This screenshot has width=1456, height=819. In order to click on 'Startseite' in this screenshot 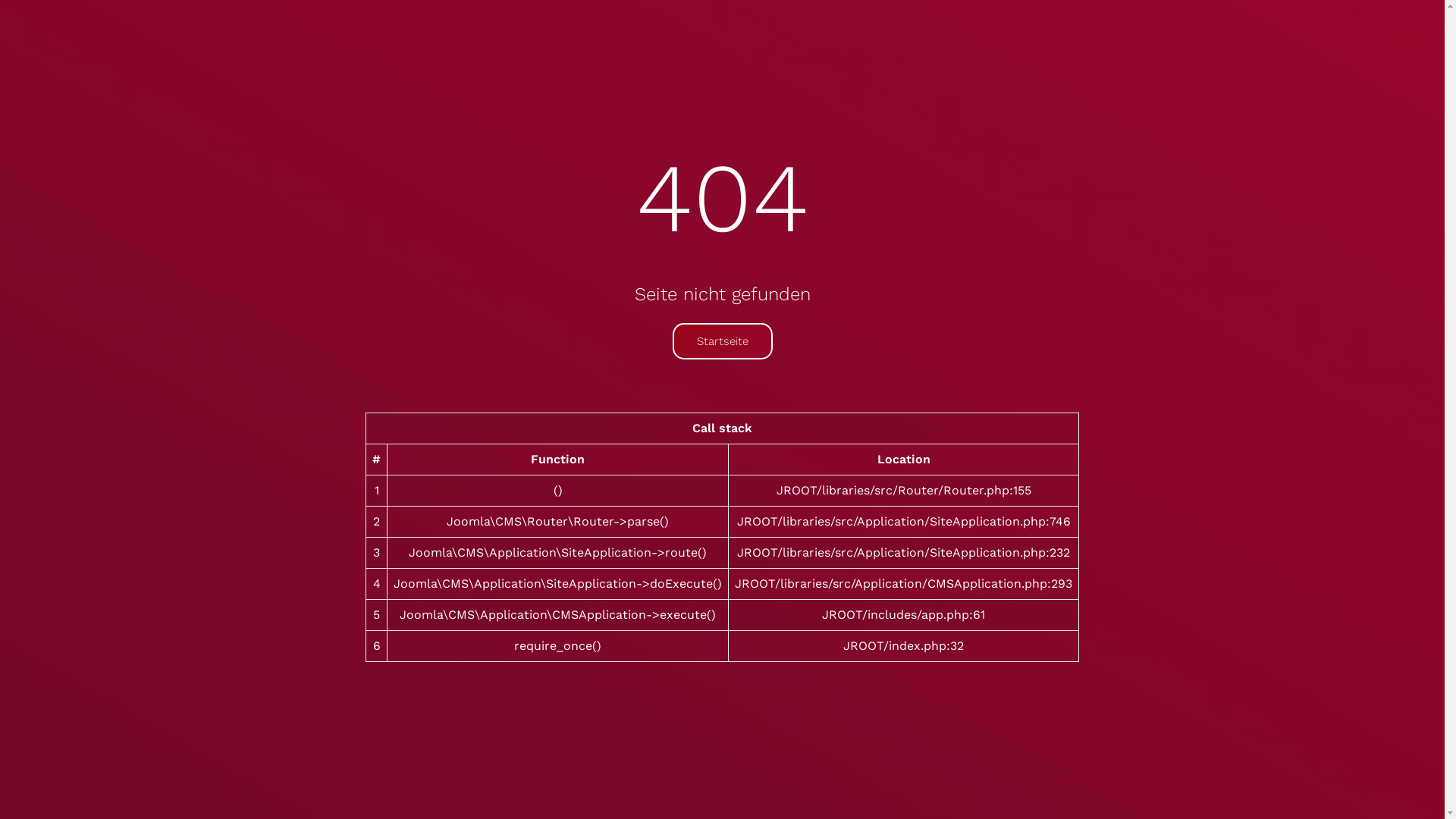, I will do `click(720, 341)`.